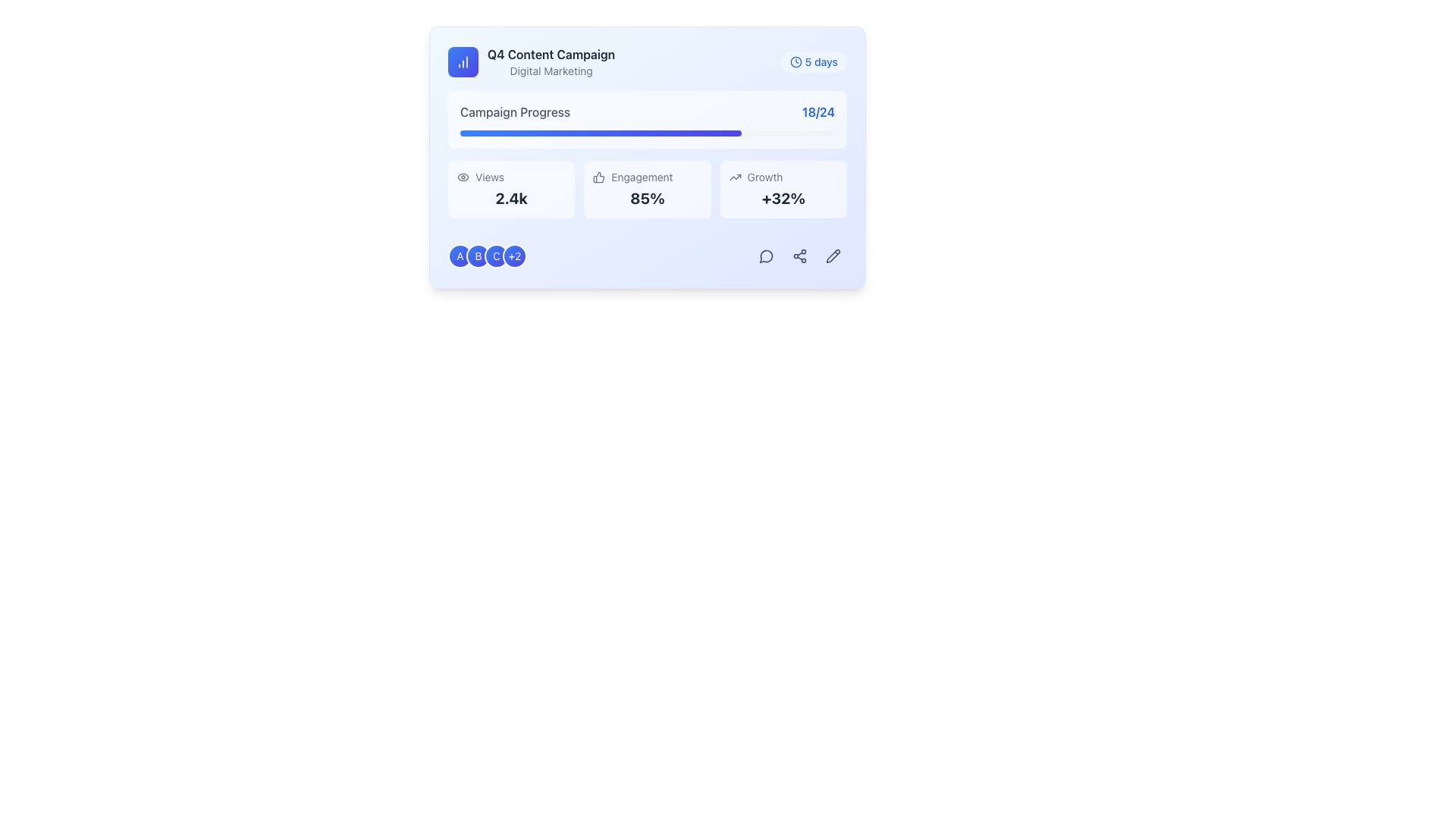 The height and width of the screenshot is (819, 1456). What do you see at coordinates (488, 256) in the screenshot?
I see `the row of circular icons indicating group members located at the bottom-left corner of the main card` at bounding box center [488, 256].